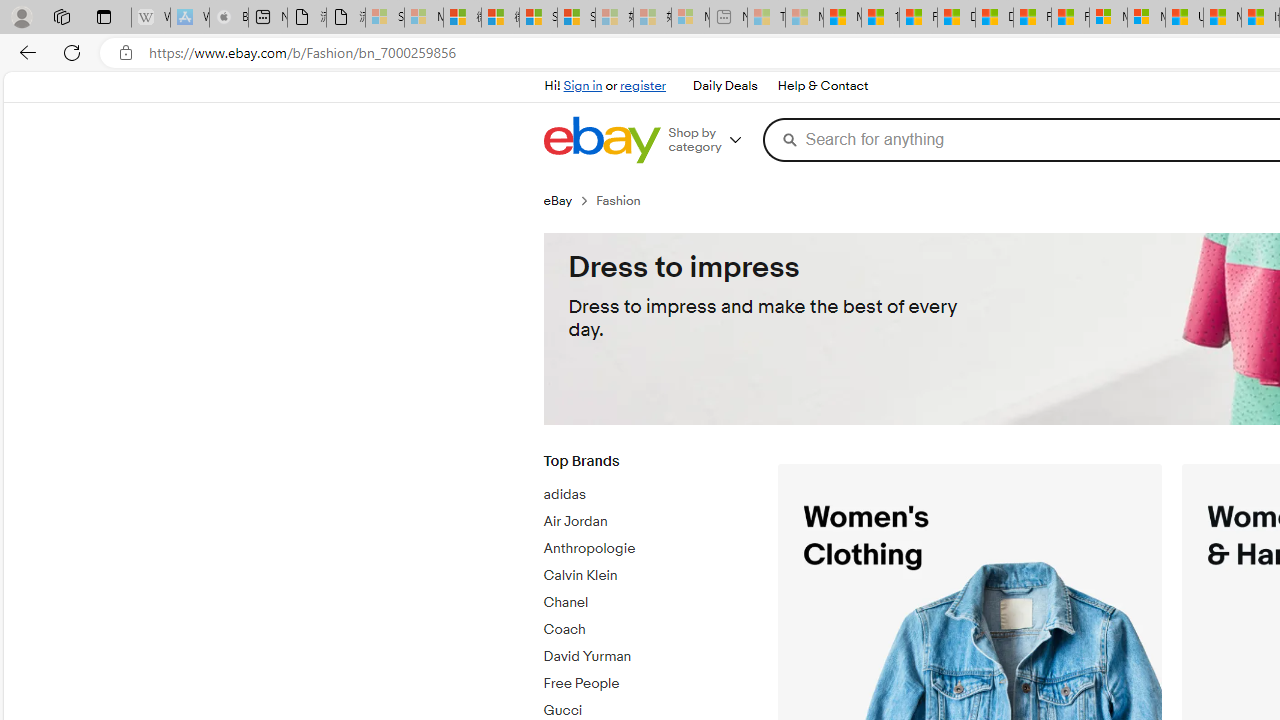 This screenshot has height=720, width=1280. What do you see at coordinates (385, 17) in the screenshot?
I see `'Sign in to your Microsoft account - Sleeping'` at bounding box center [385, 17].